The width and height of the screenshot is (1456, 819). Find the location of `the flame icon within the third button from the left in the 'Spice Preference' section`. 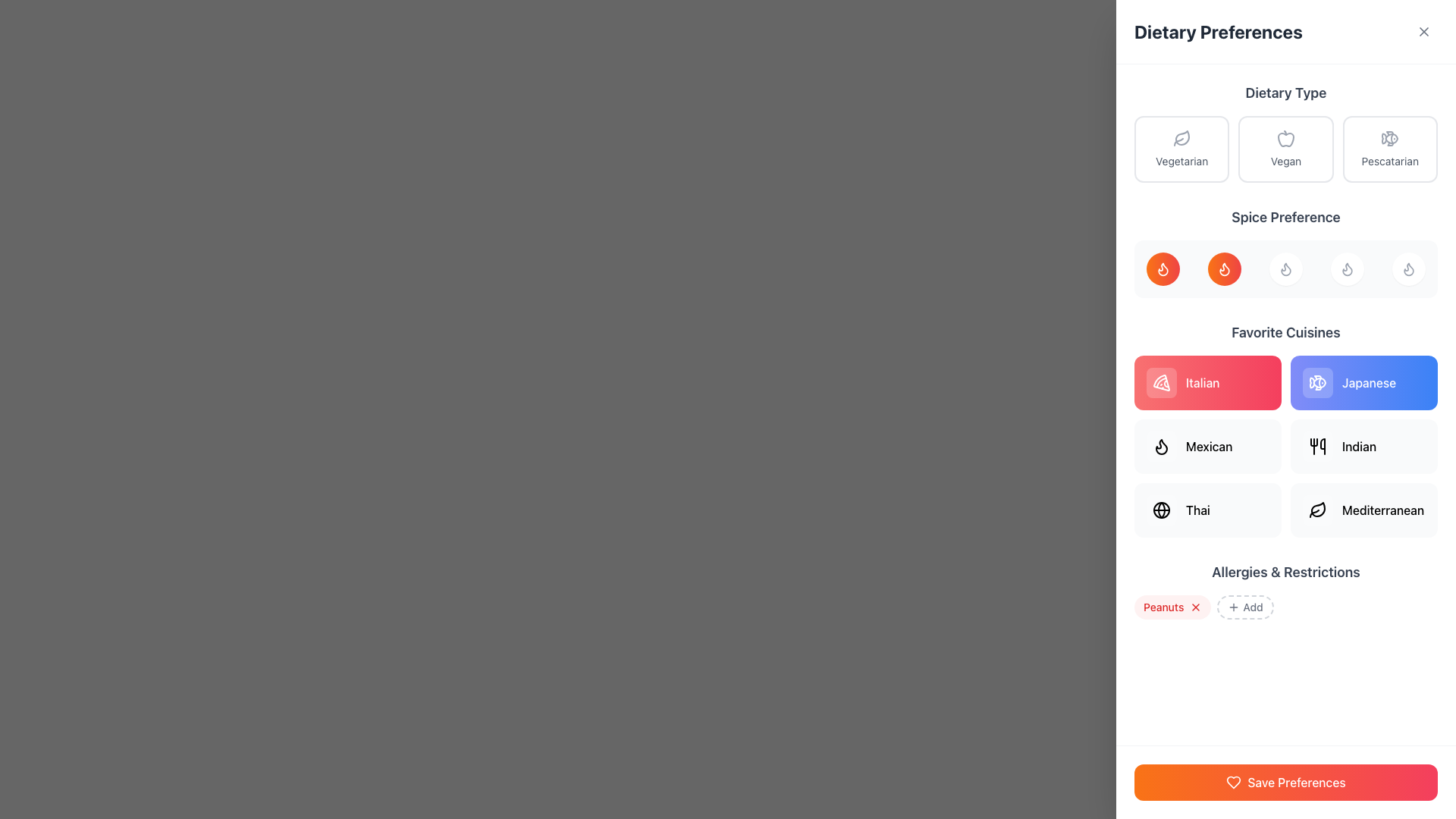

the flame icon within the third button from the left in the 'Spice Preference' section is located at coordinates (1347, 268).